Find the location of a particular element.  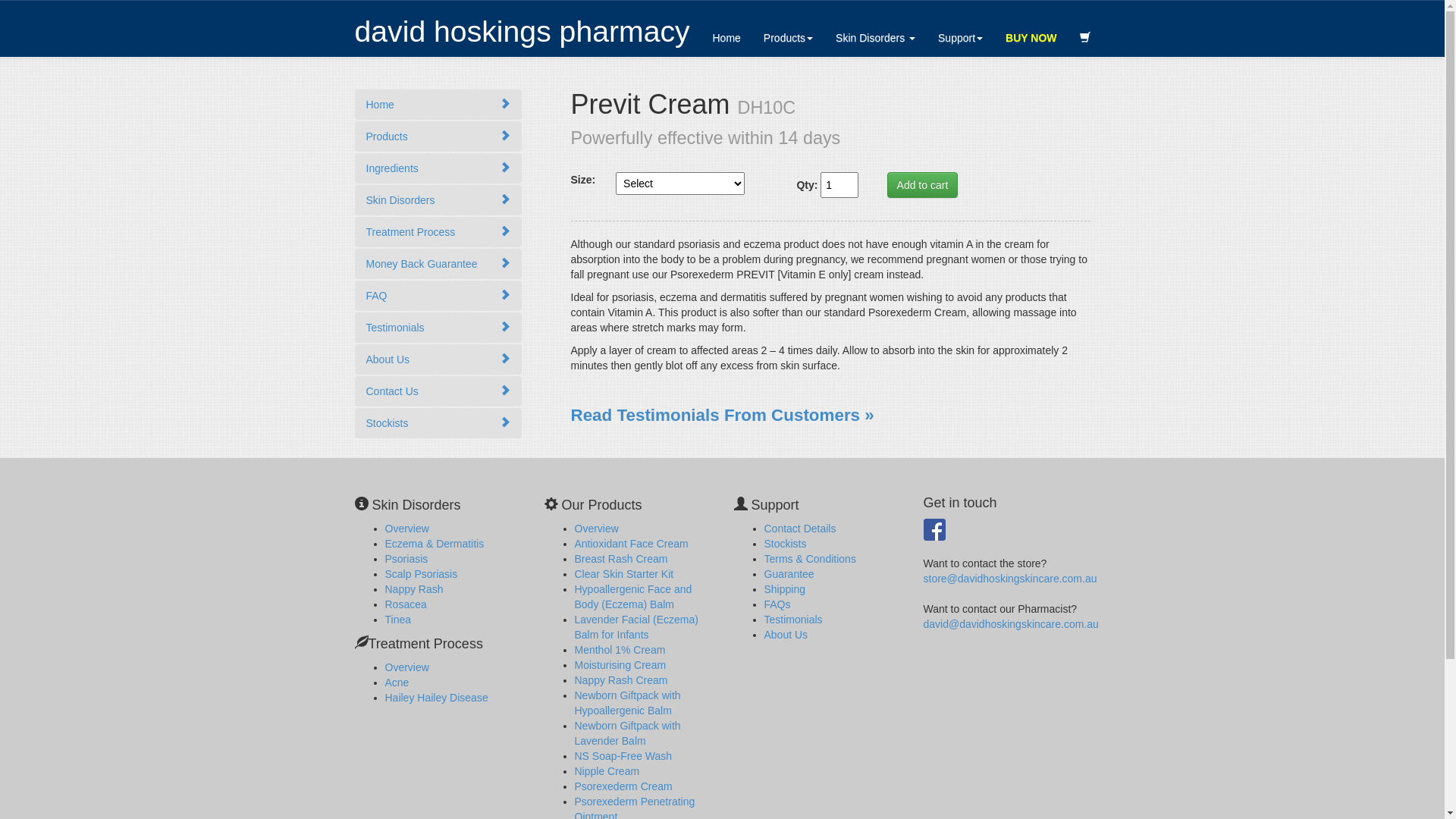

'Skin Disorders' is located at coordinates (875, 37).